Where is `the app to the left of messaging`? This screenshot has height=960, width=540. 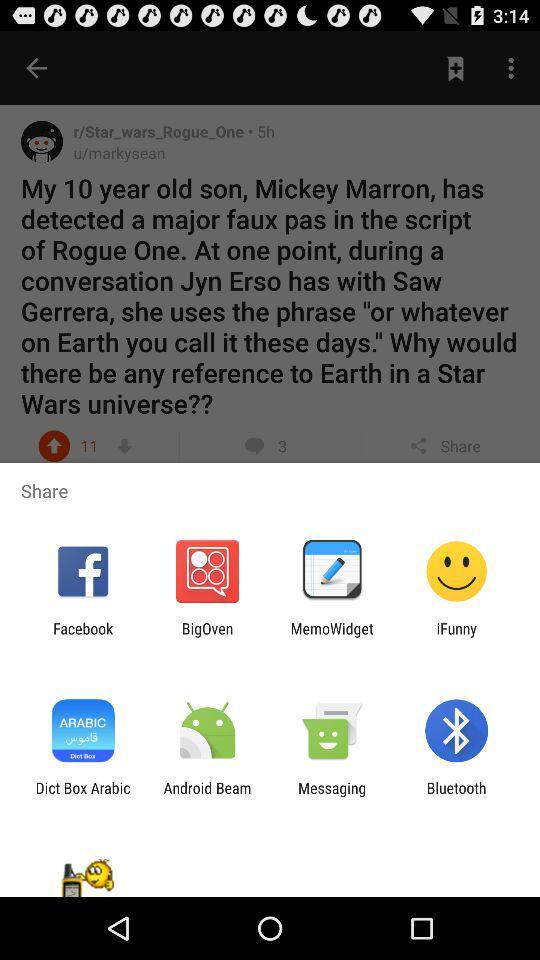
the app to the left of messaging is located at coordinates (206, 796).